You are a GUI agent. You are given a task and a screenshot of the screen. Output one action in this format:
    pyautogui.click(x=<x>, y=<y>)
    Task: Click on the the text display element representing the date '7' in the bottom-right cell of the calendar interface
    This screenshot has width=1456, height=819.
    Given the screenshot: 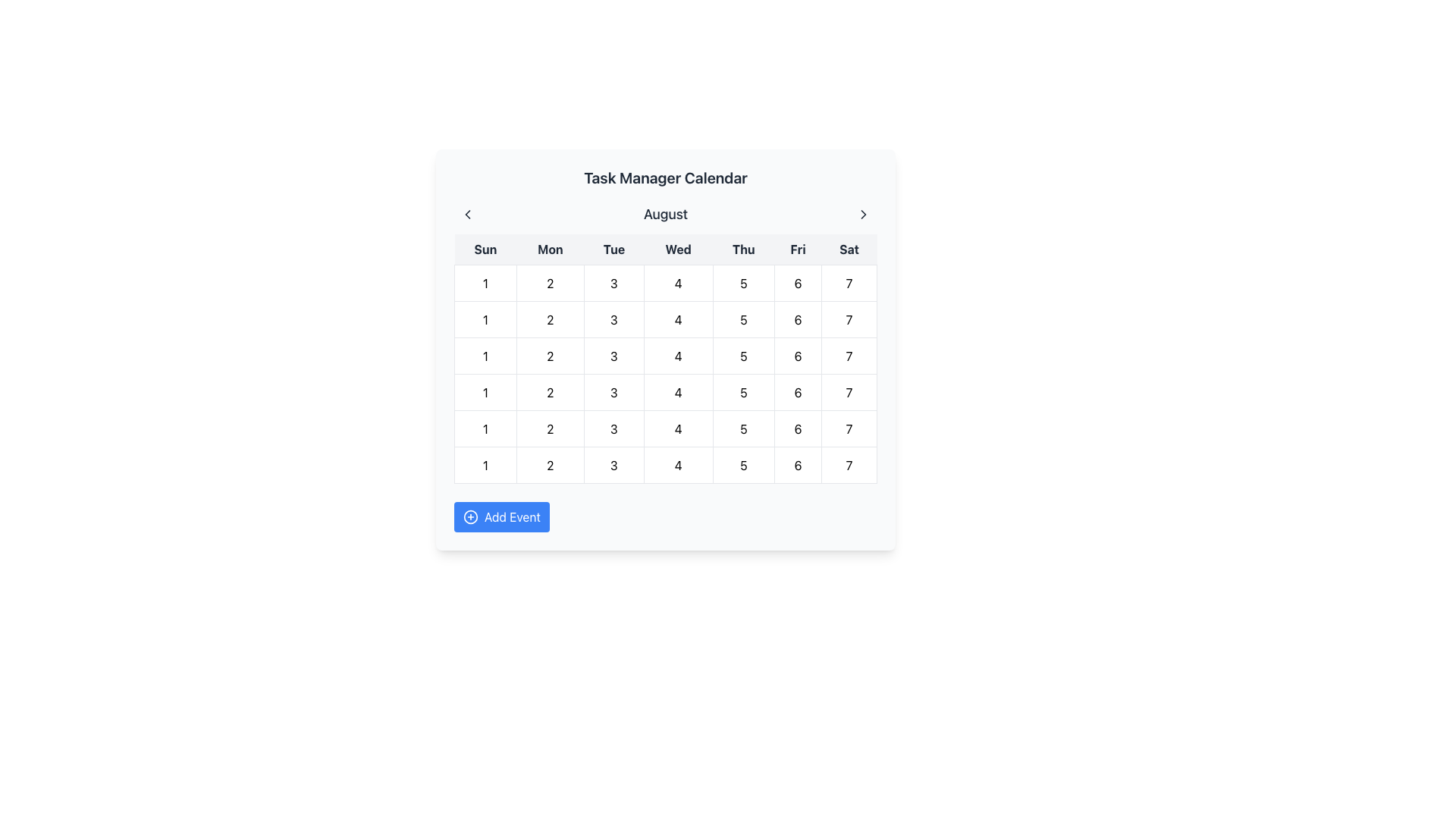 What is the action you would take?
    pyautogui.click(x=849, y=391)
    